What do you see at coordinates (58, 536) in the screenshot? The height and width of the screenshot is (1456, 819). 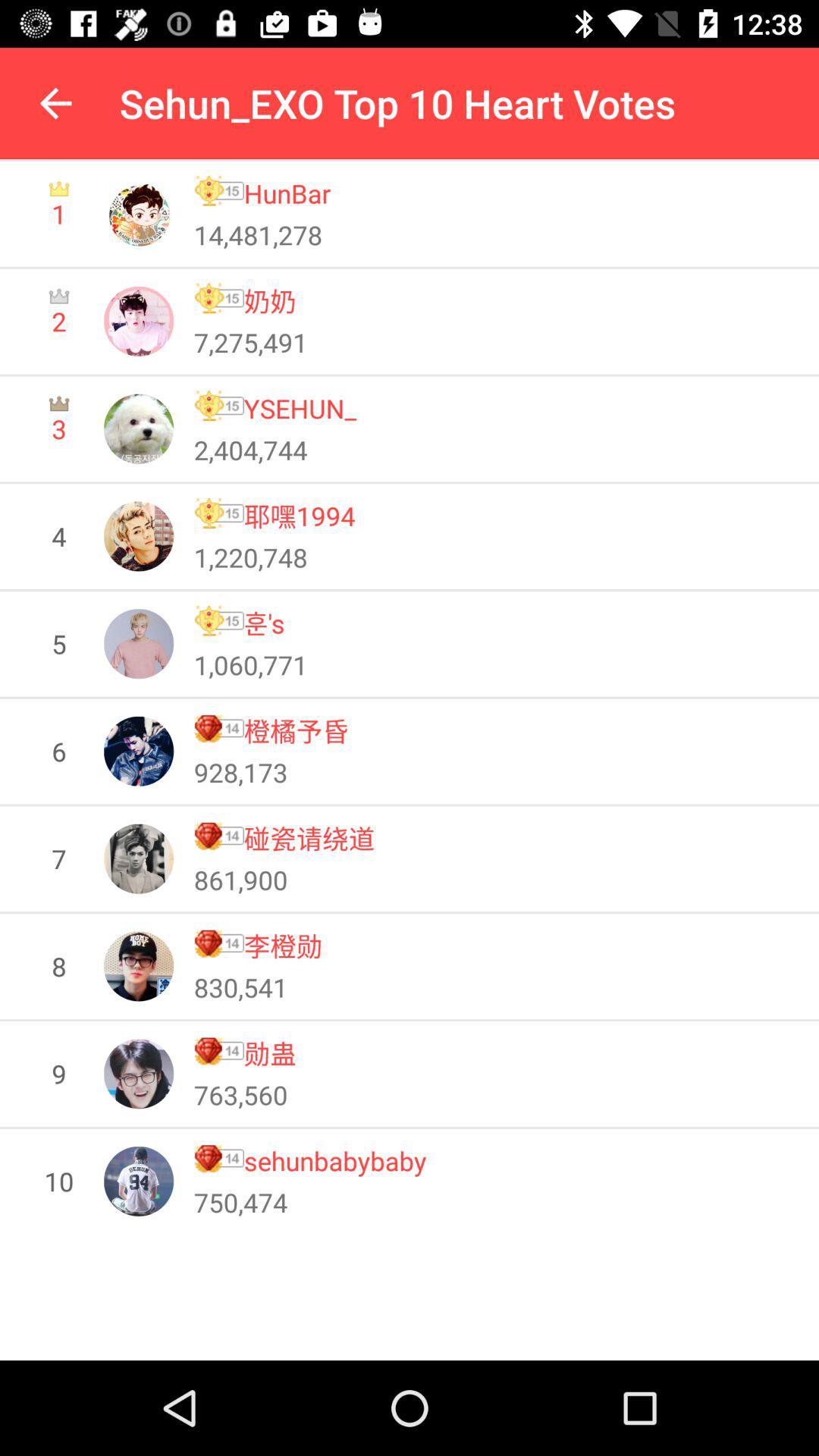 I see `4 item` at bounding box center [58, 536].